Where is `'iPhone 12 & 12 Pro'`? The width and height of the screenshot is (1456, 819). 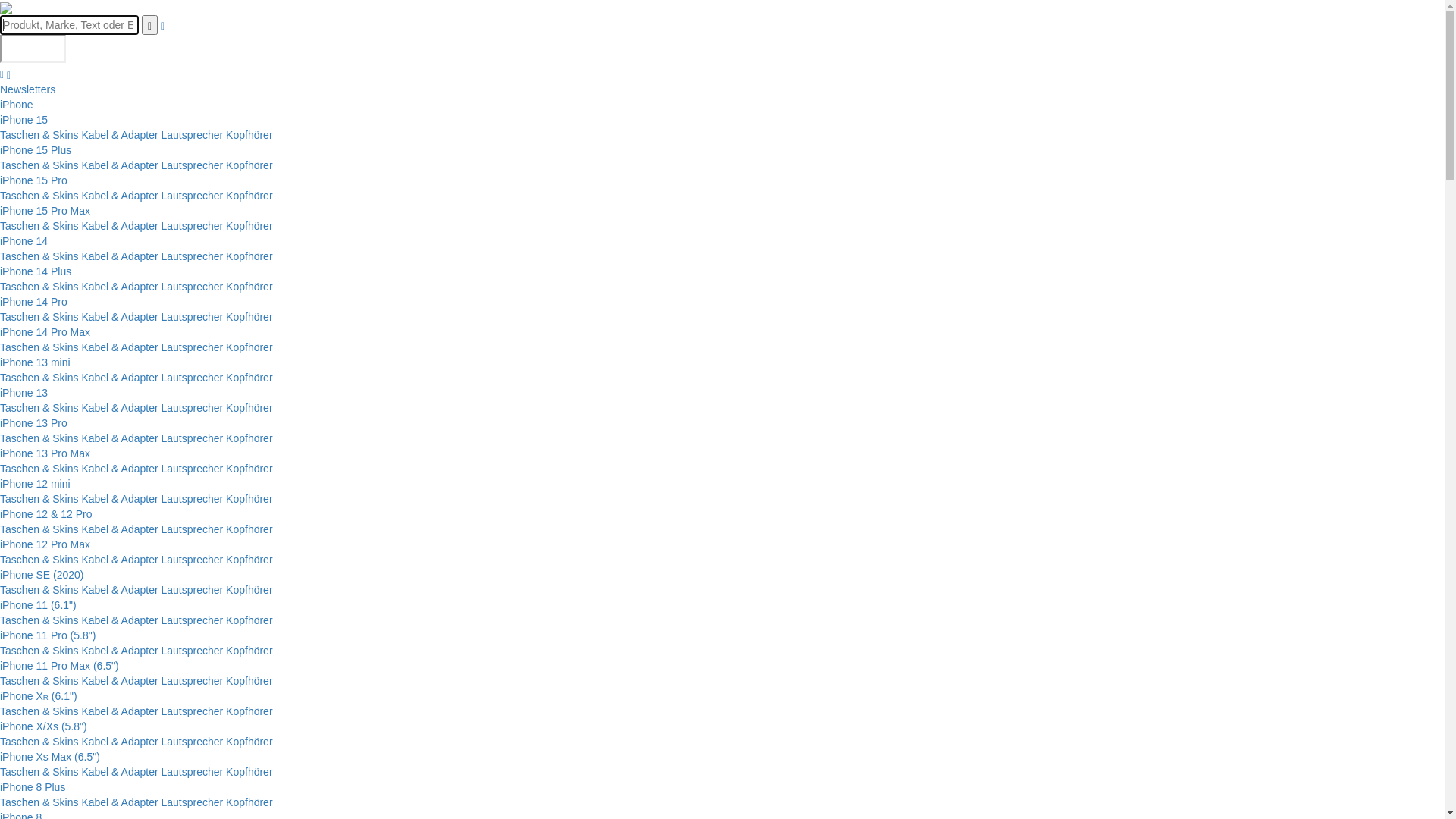 'iPhone 12 & 12 Pro' is located at coordinates (45, 513).